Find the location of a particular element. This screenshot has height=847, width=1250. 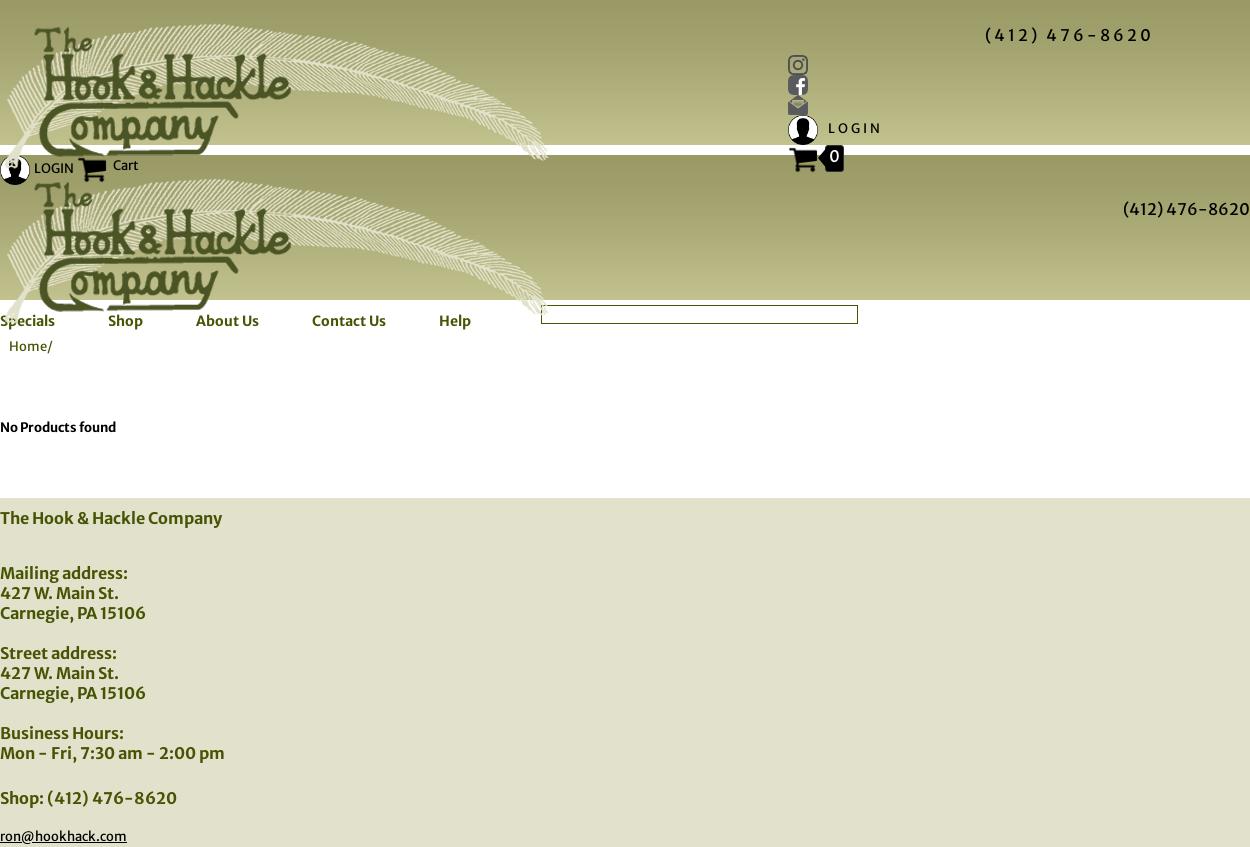

'Mon - Fri, 7:30 am - 2:00 pm' is located at coordinates (0, 751).